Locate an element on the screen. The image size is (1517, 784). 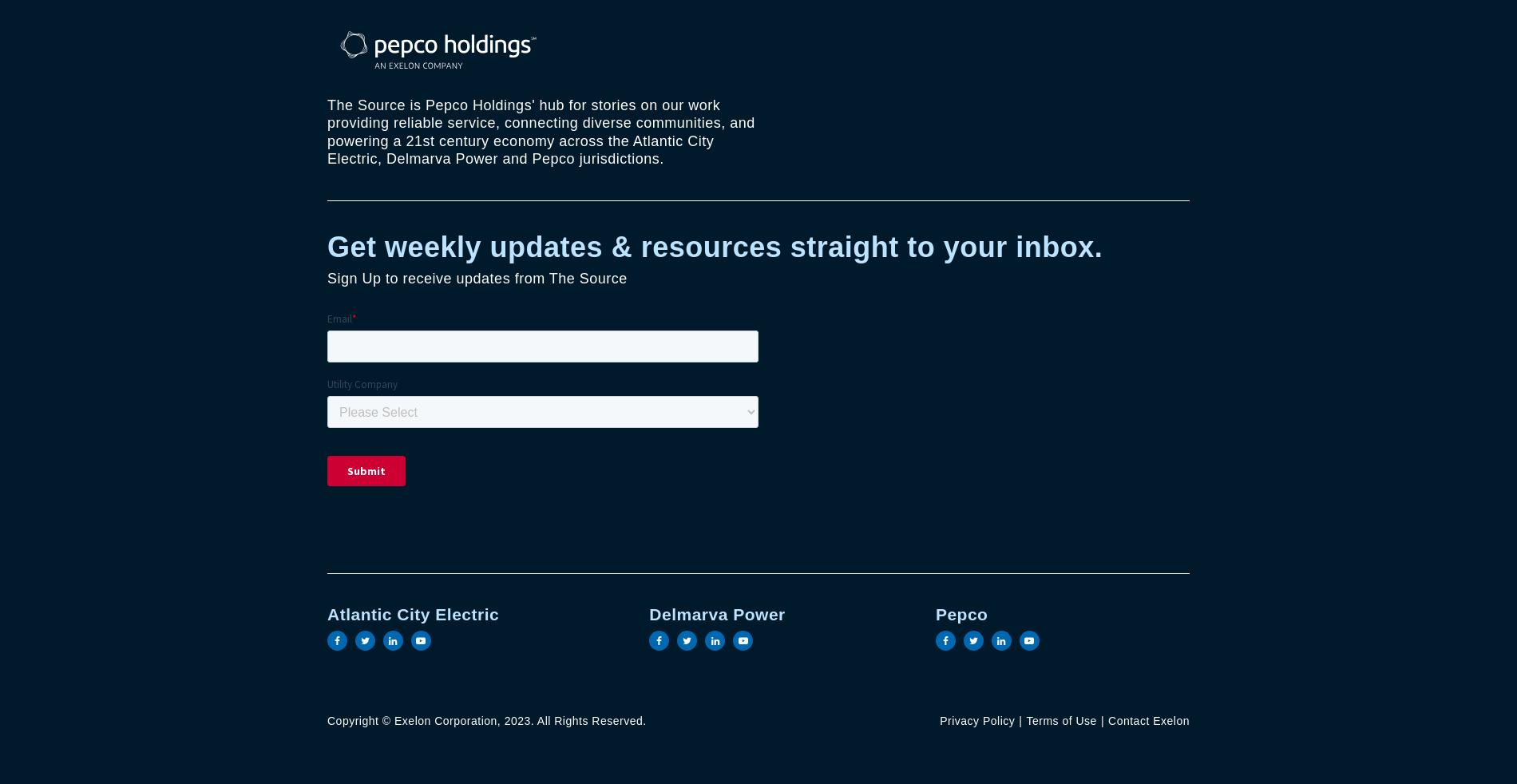
'Get weekly updates & resources straight to your inbox.' is located at coordinates (714, 246).